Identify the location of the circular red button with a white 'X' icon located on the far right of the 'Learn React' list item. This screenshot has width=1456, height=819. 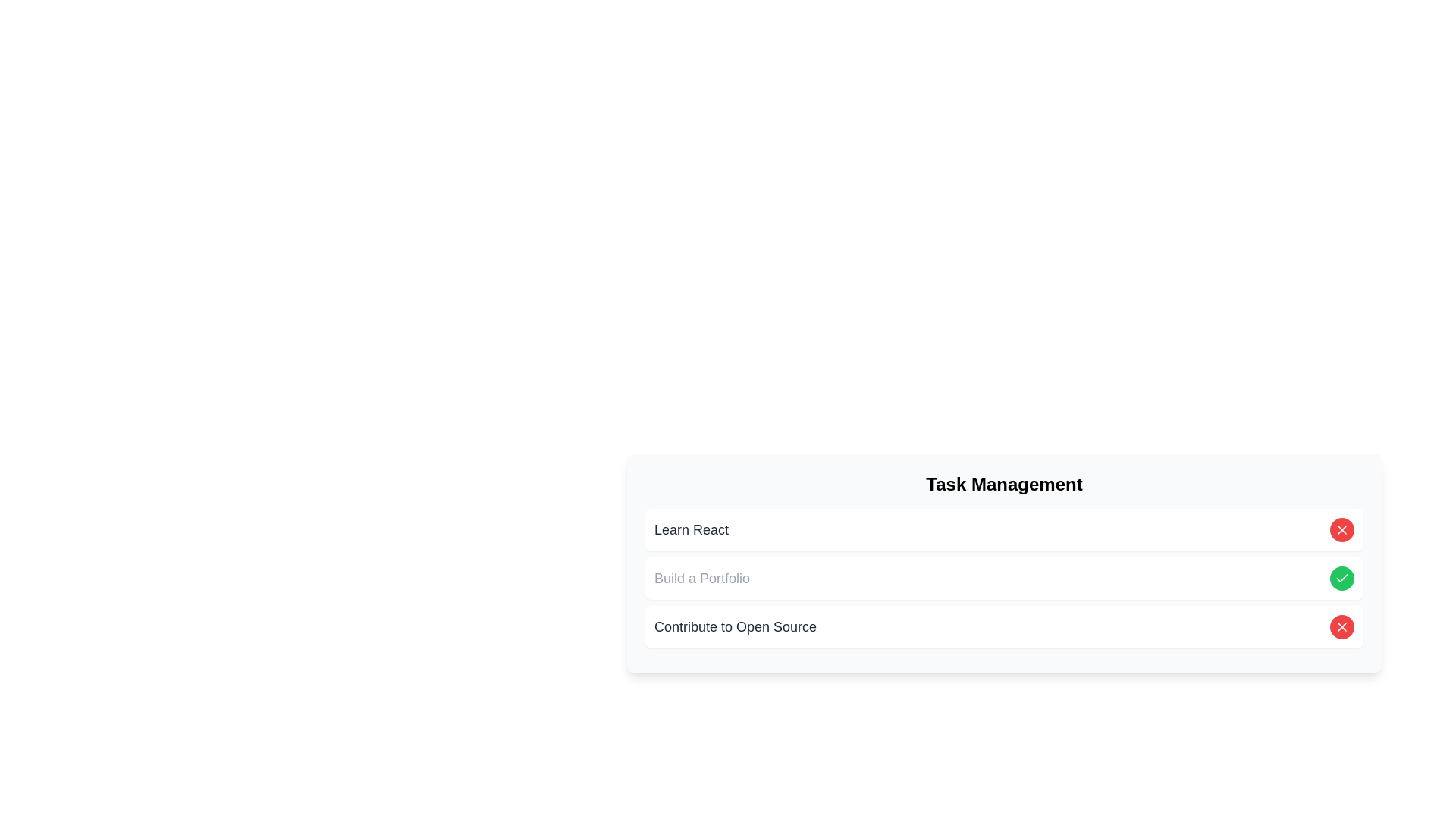
(1342, 529).